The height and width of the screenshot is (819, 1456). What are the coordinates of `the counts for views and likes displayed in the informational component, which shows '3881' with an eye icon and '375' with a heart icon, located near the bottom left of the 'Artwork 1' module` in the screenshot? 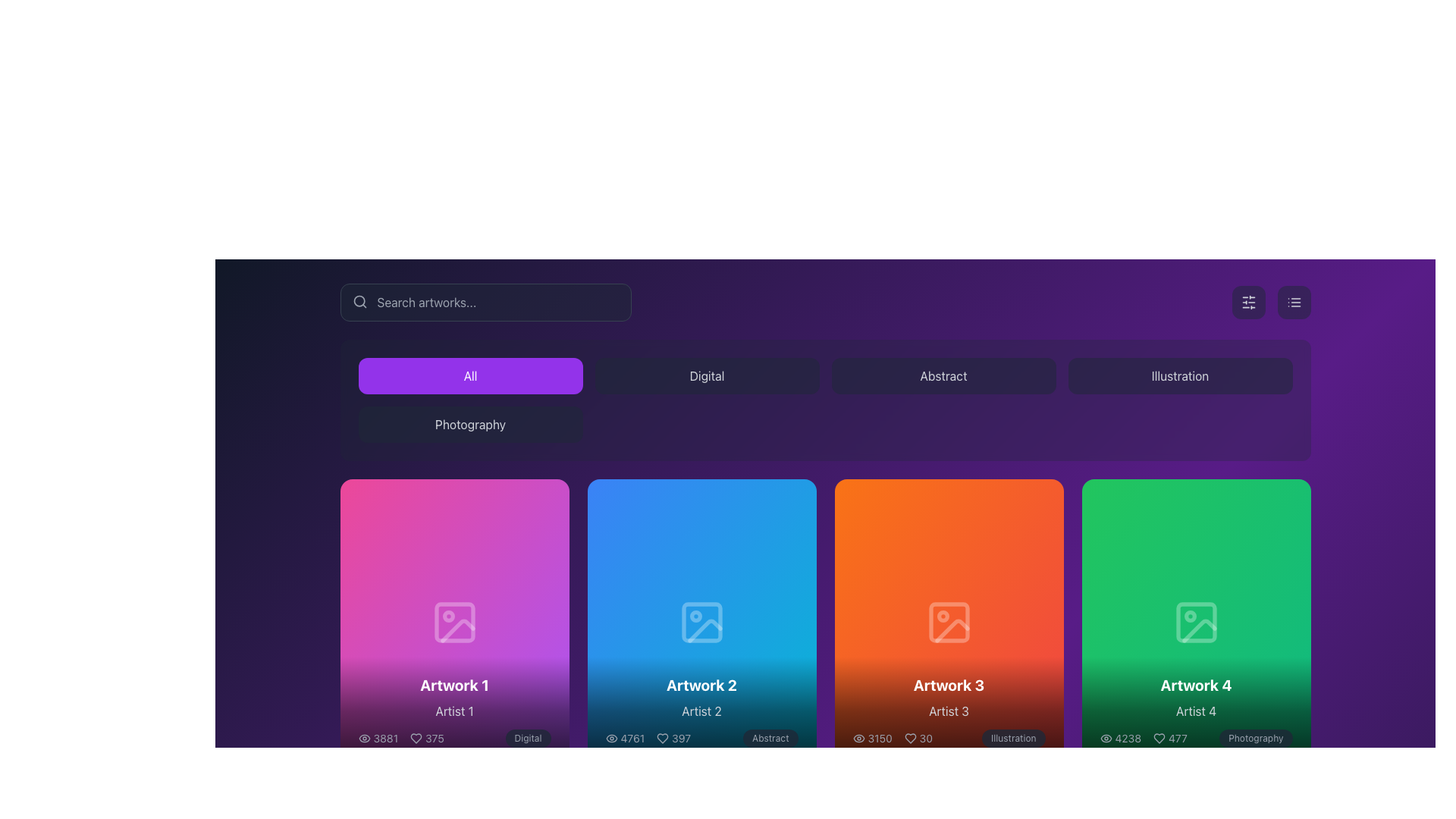 It's located at (401, 737).